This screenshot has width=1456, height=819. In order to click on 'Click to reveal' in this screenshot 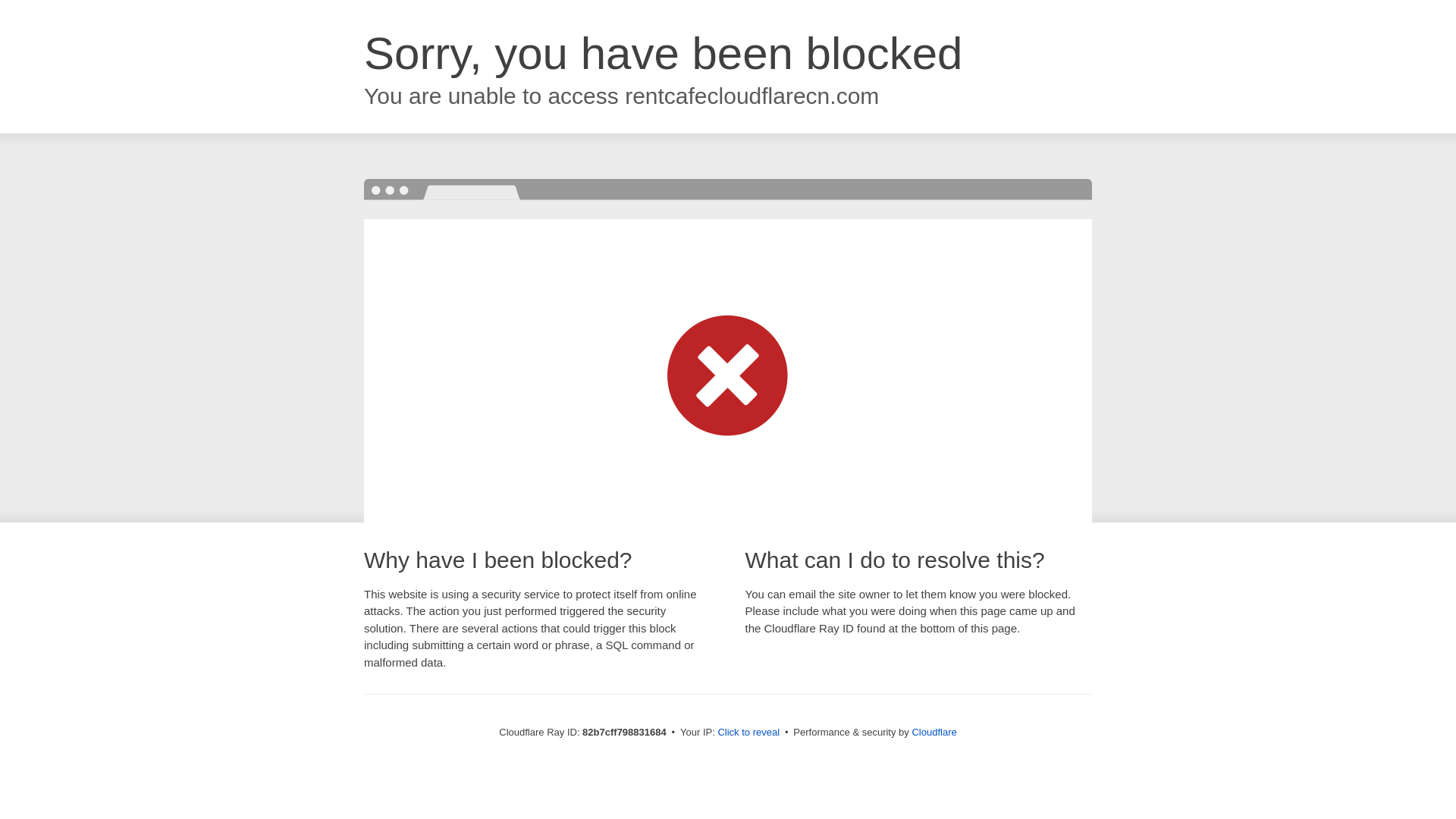, I will do `click(748, 731)`.